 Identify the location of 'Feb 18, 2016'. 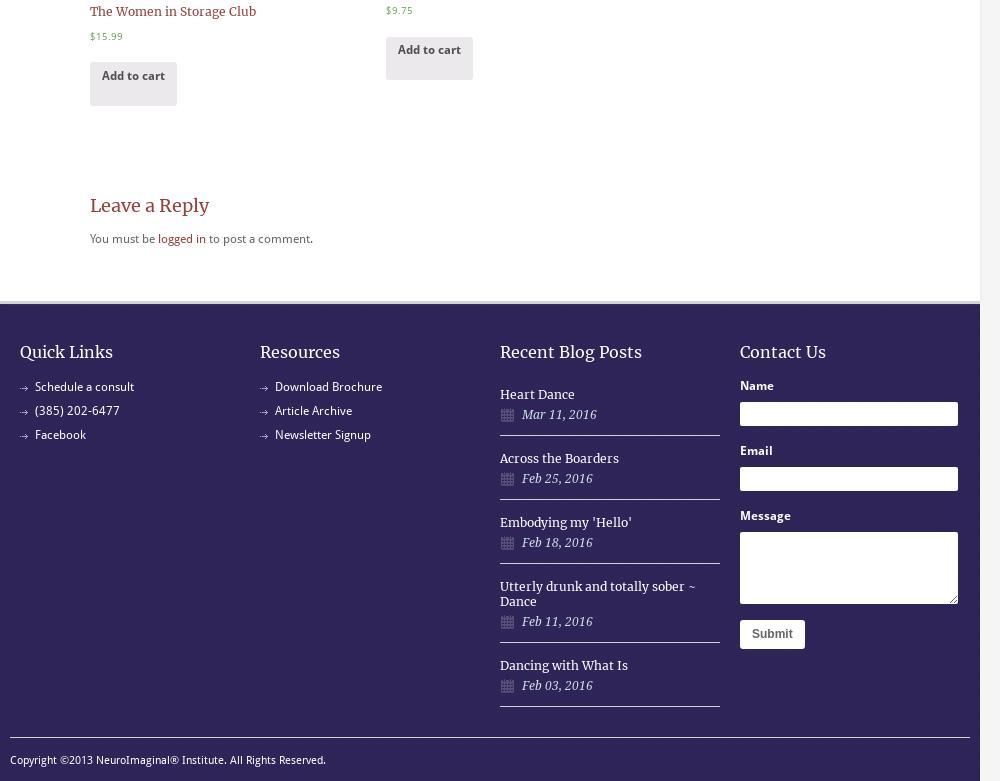
(522, 542).